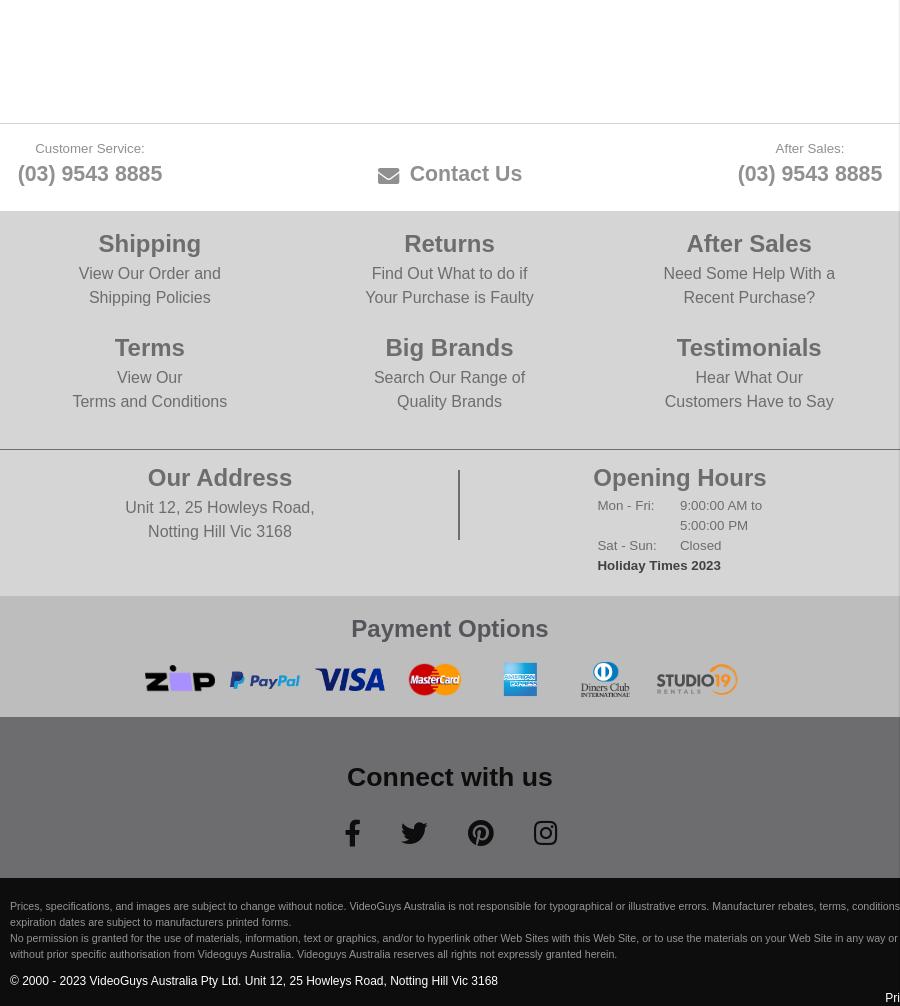 The image size is (900, 1006). I want to click on 'Holiday Times 2023', so click(658, 564).